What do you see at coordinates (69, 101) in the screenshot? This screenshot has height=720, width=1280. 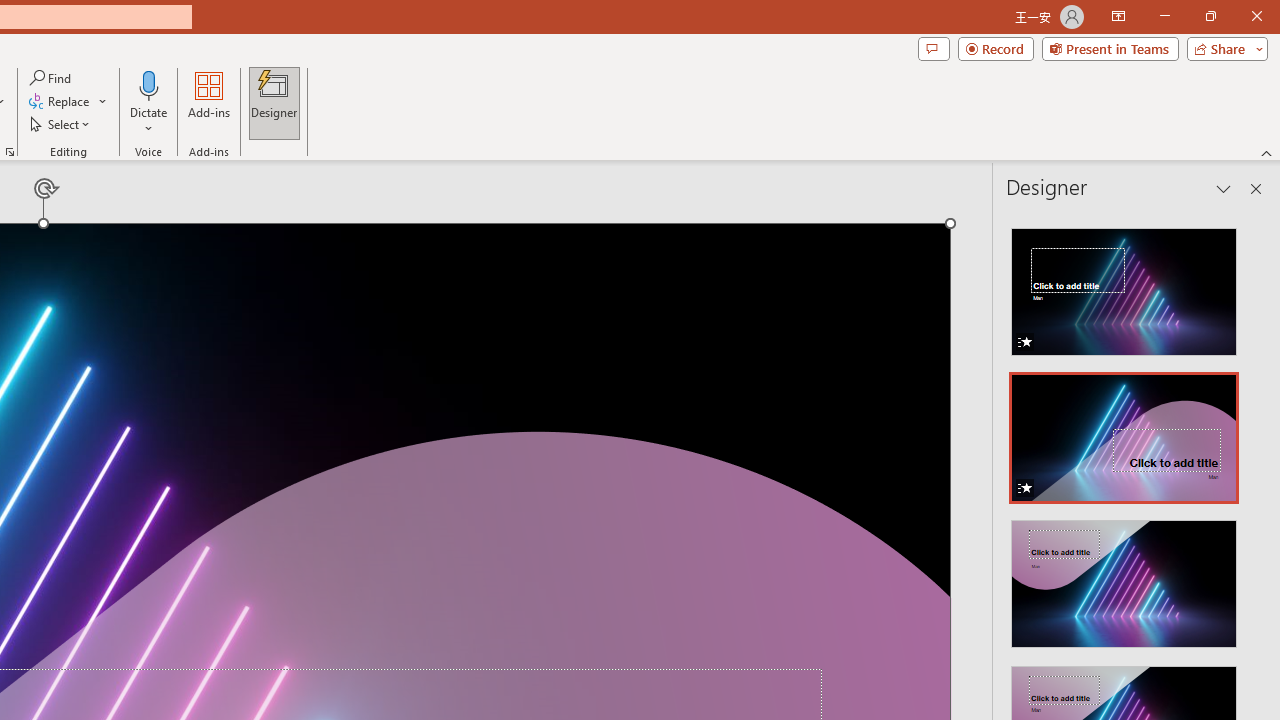 I see `'Replace...'` at bounding box center [69, 101].